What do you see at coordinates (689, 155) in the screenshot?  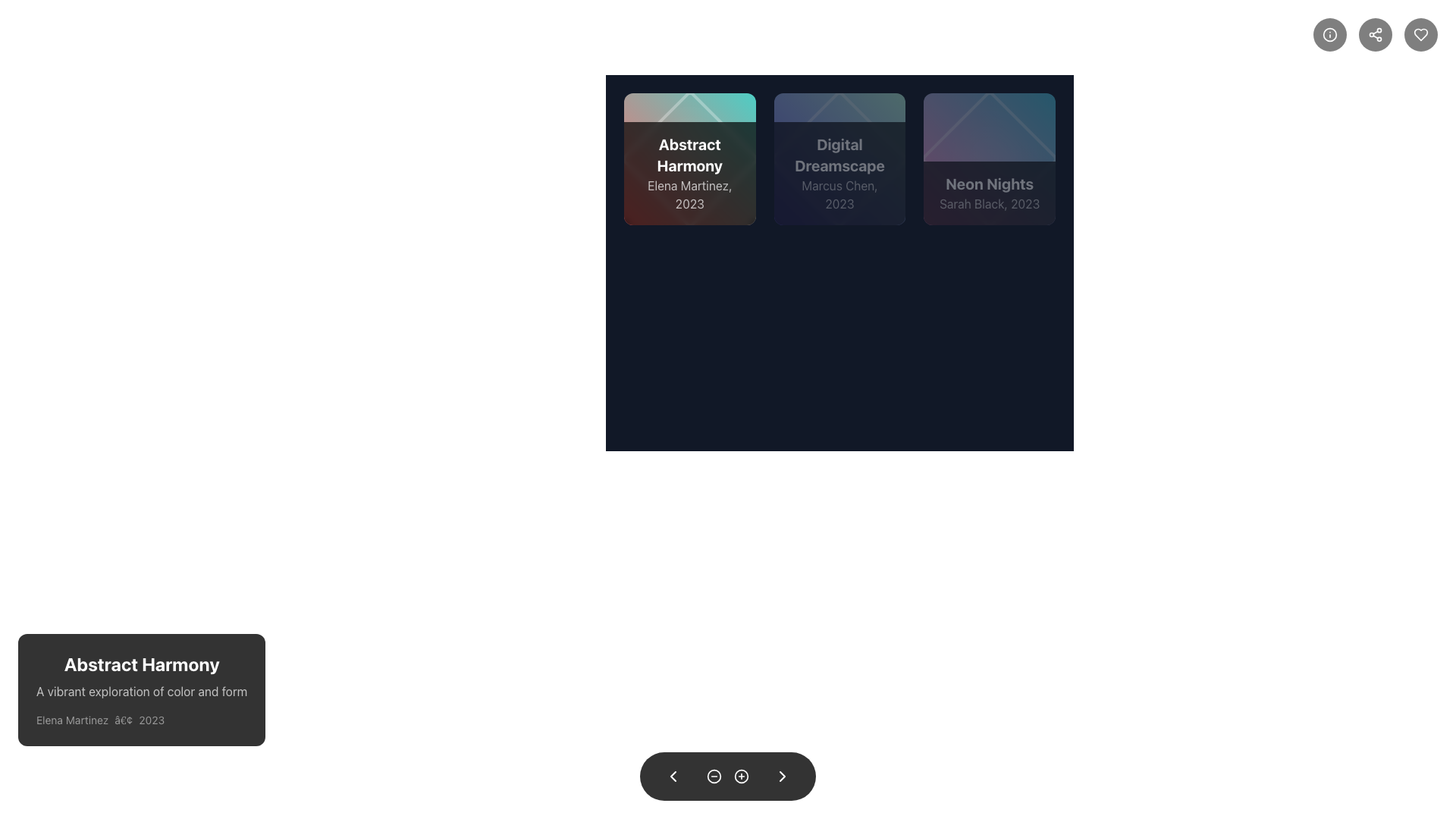 I see `the text label that reads 'Abstract Harmony', styled in bold, white font, located at the upper part of a darker-themed card layout` at bounding box center [689, 155].